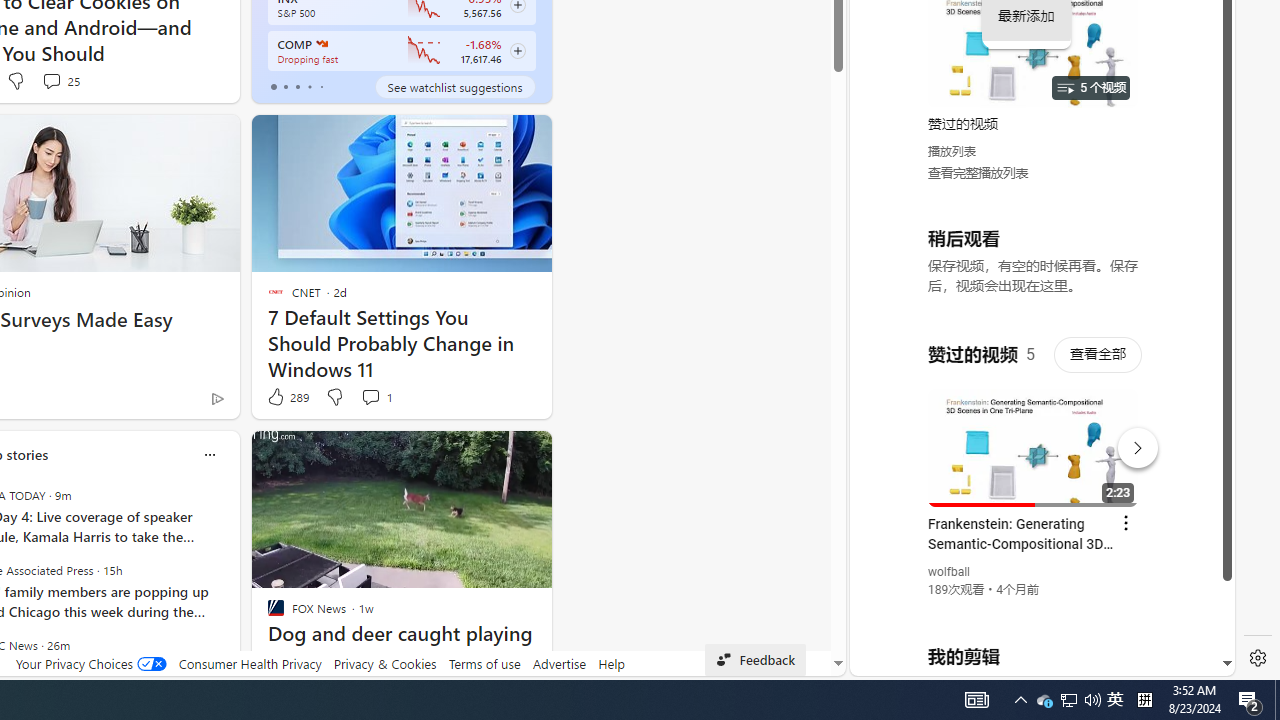 The height and width of the screenshot is (720, 1280). Describe the element at coordinates (517, 50) in the screenshot. I see `'Class: follow-button  m'` at that location.